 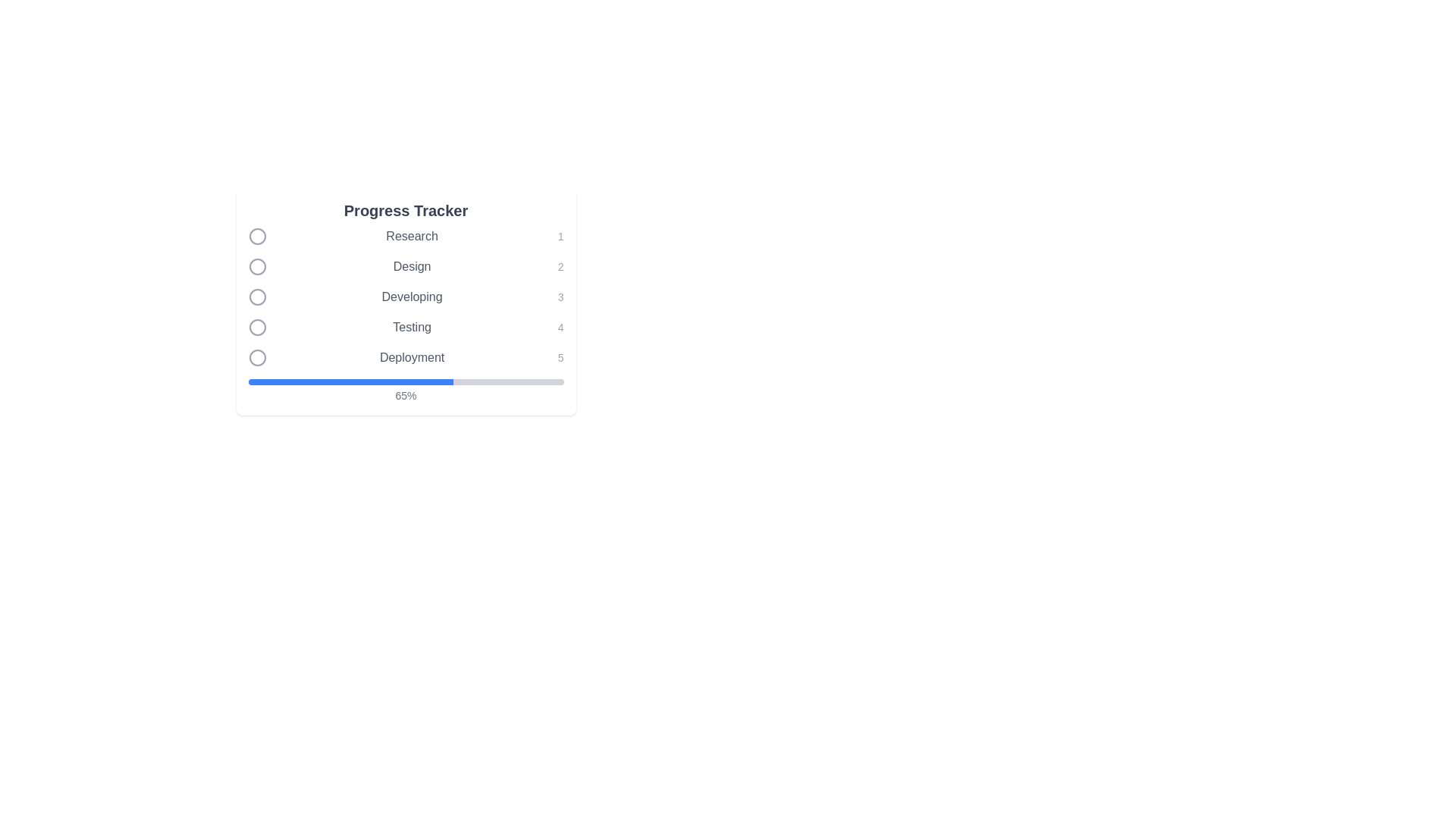 I want to click on the second item in the vertical list of progress stages, which is a Text Label indicating a particular step in the process, so click(x=412, y=265).